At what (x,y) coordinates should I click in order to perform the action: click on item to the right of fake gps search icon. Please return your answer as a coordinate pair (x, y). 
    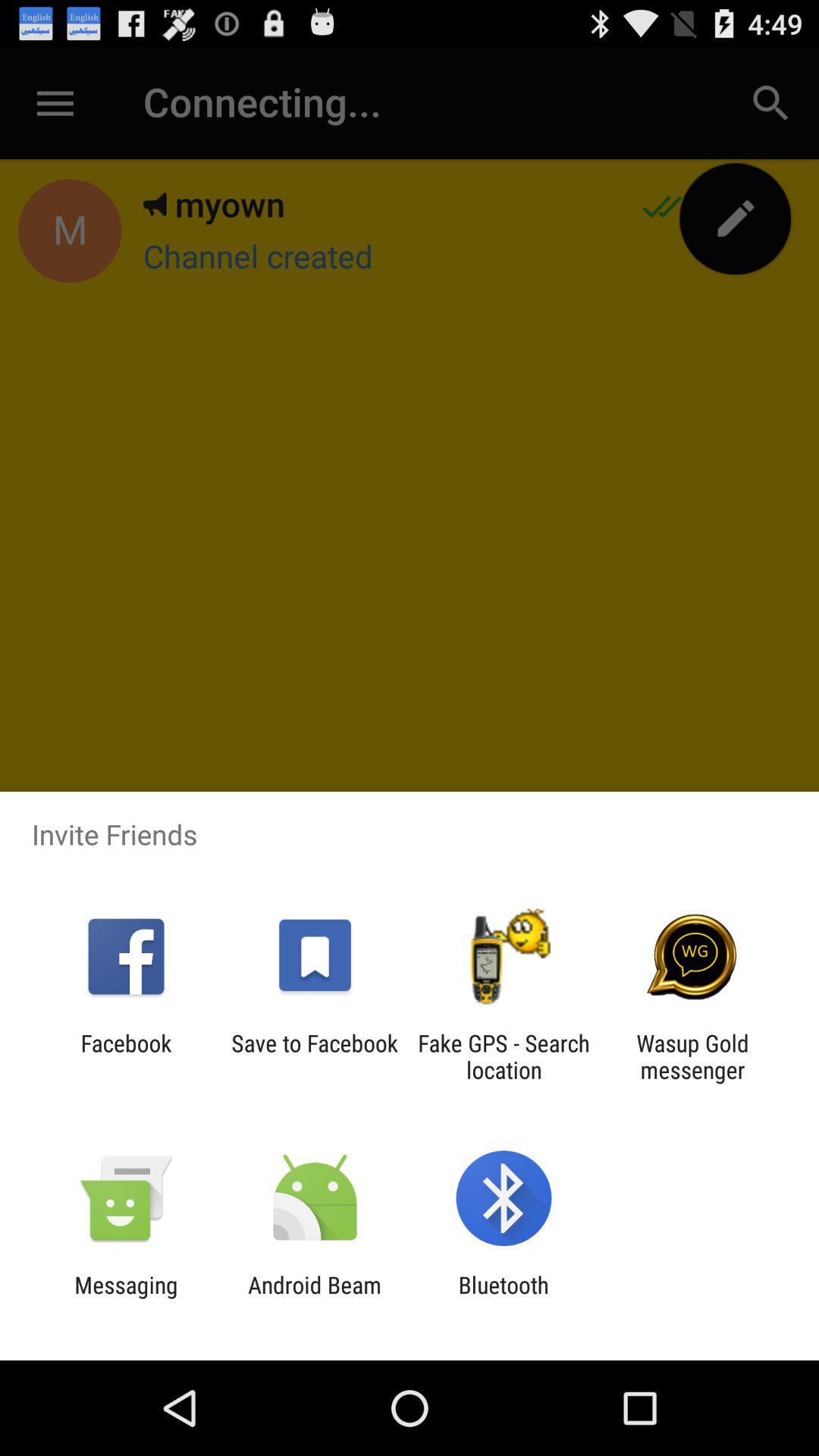
    Looking at the image, I should click on (692, 1056).